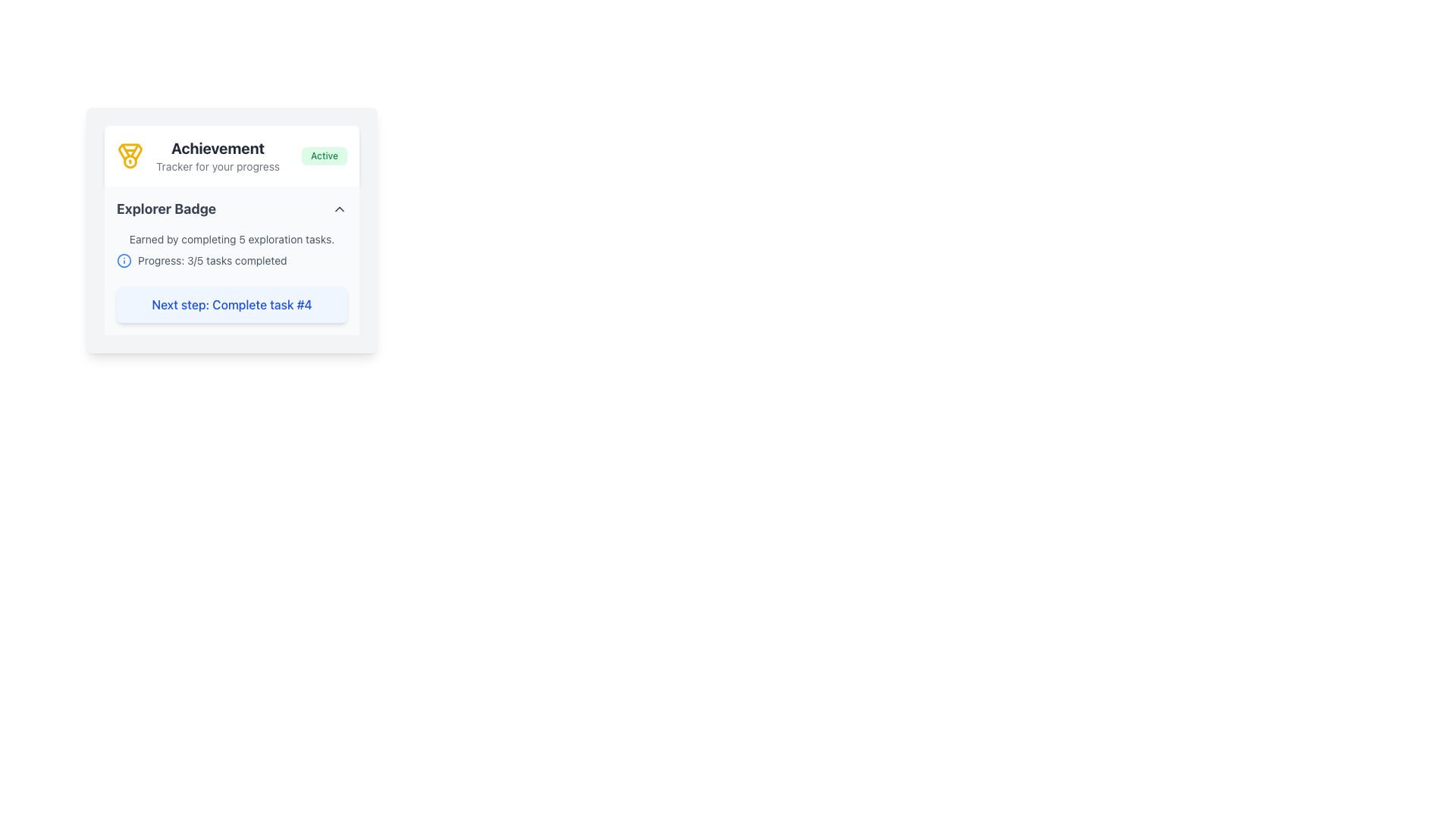  What do you see at coordinates (212, 259) in the screenshot?
I see `text from the Text Label that displays 'Progress: 3/5 tasks completed', which is aligned next to a blue information icon in the 'Explorer Badge' section` at bounding box center [212, 259].